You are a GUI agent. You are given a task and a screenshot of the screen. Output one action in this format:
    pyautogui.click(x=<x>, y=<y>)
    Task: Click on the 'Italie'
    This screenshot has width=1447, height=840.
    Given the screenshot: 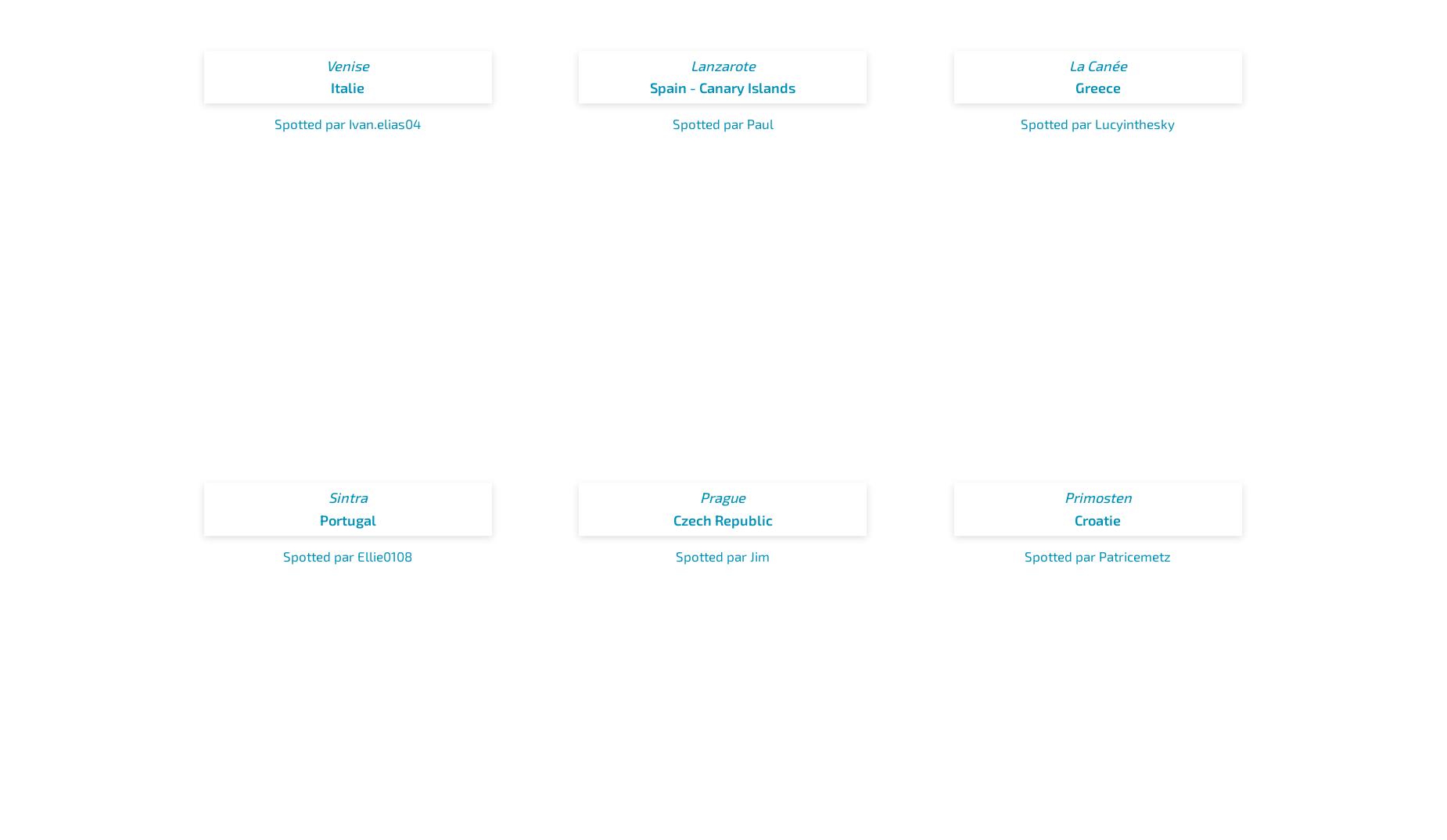 What is the action you would take?
    pyautogui.click(x=346, y=87)
    